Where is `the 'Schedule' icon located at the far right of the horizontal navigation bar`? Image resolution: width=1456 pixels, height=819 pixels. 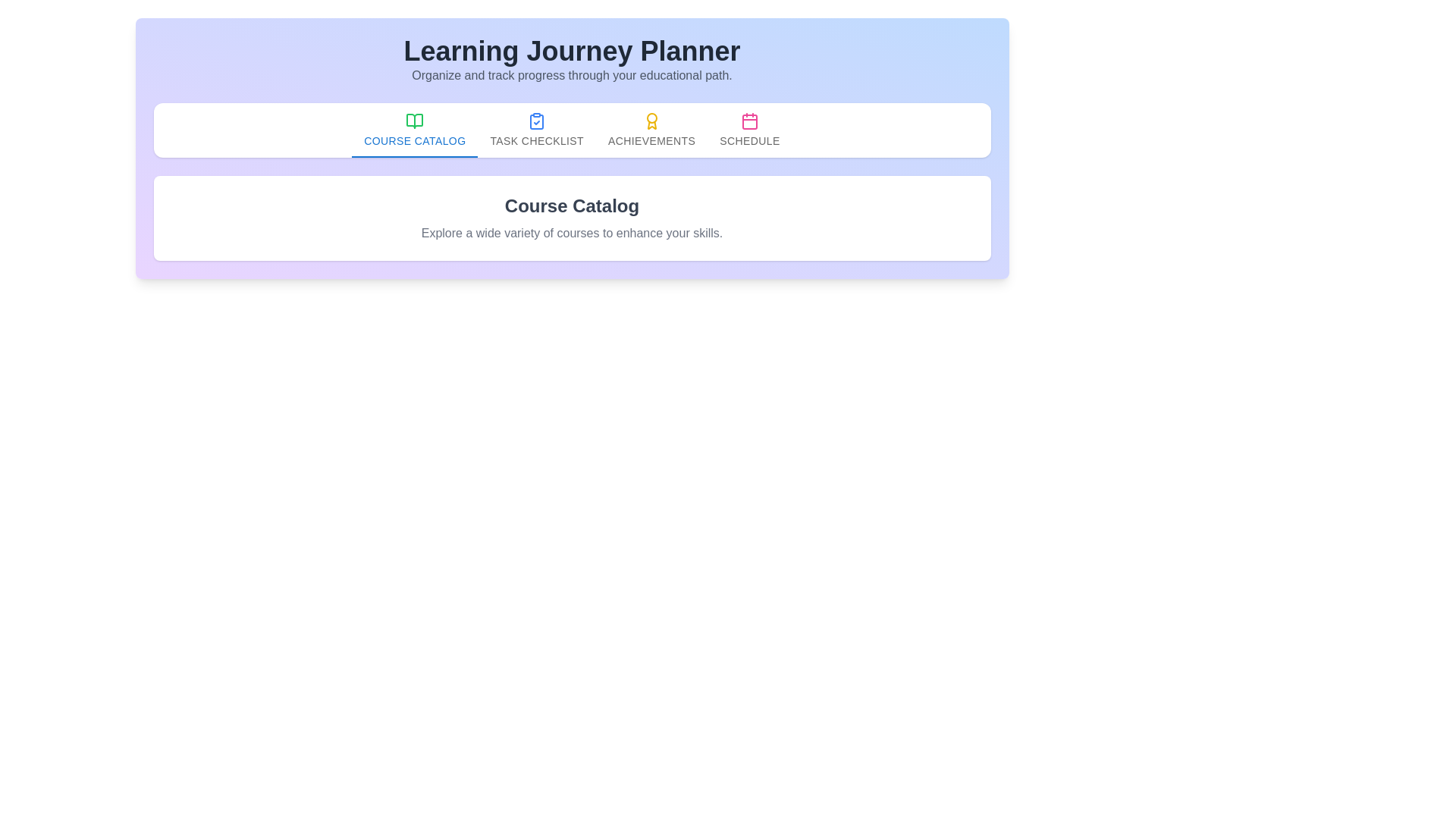
the 'Schedule' icon located at the far right of the horizontal navigation bar is located at coordinates (749, 121).